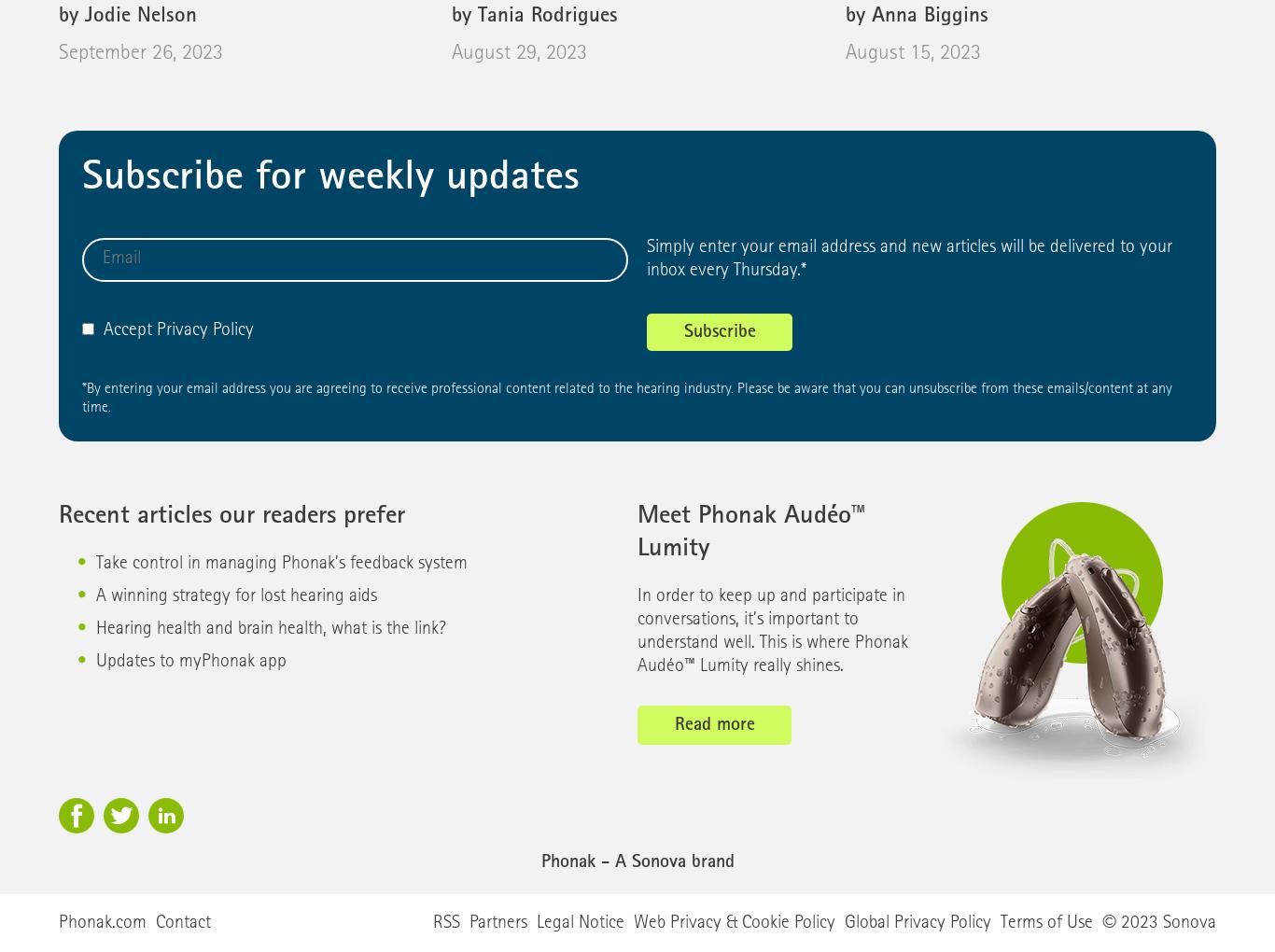  What do you see at coordinates (282, 563) in the screenshot?
I see `'Take control in managing Phonak’s feedback system'` at bounding box center [282, 563].